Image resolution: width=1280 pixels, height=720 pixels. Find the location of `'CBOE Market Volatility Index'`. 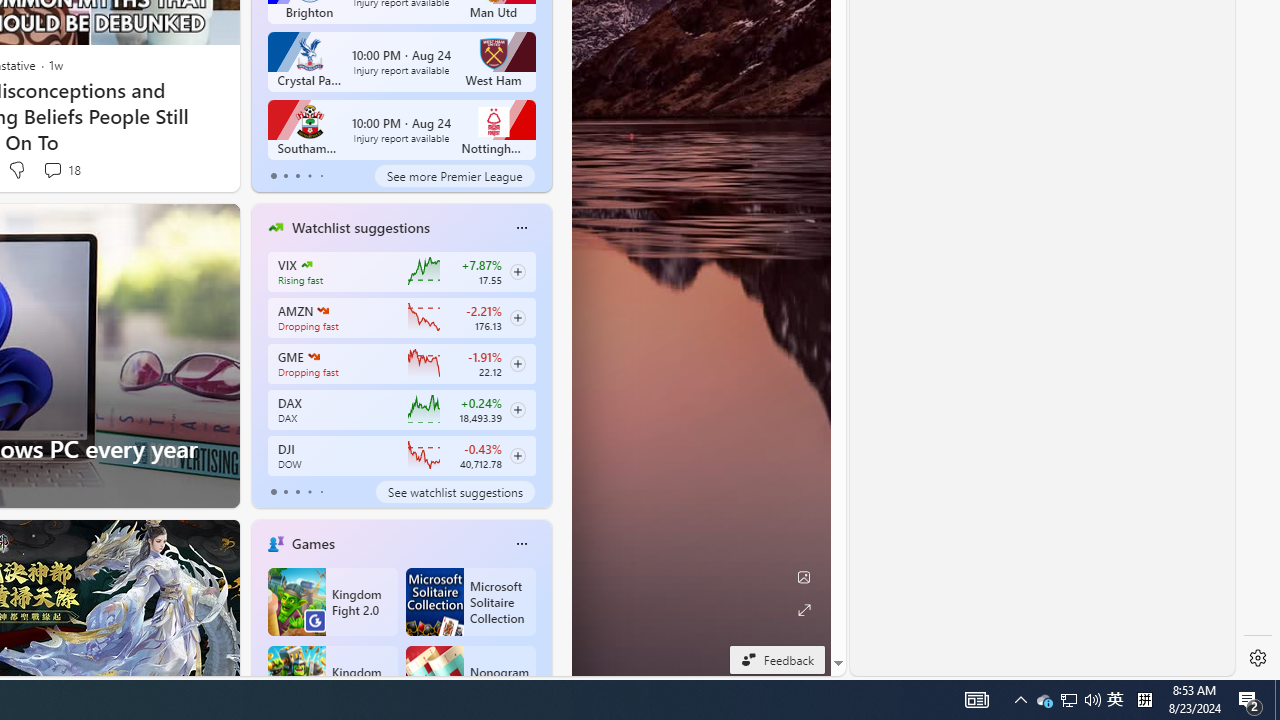

'CBOE Market Volatility Index' is located at coordinates (305, 263).